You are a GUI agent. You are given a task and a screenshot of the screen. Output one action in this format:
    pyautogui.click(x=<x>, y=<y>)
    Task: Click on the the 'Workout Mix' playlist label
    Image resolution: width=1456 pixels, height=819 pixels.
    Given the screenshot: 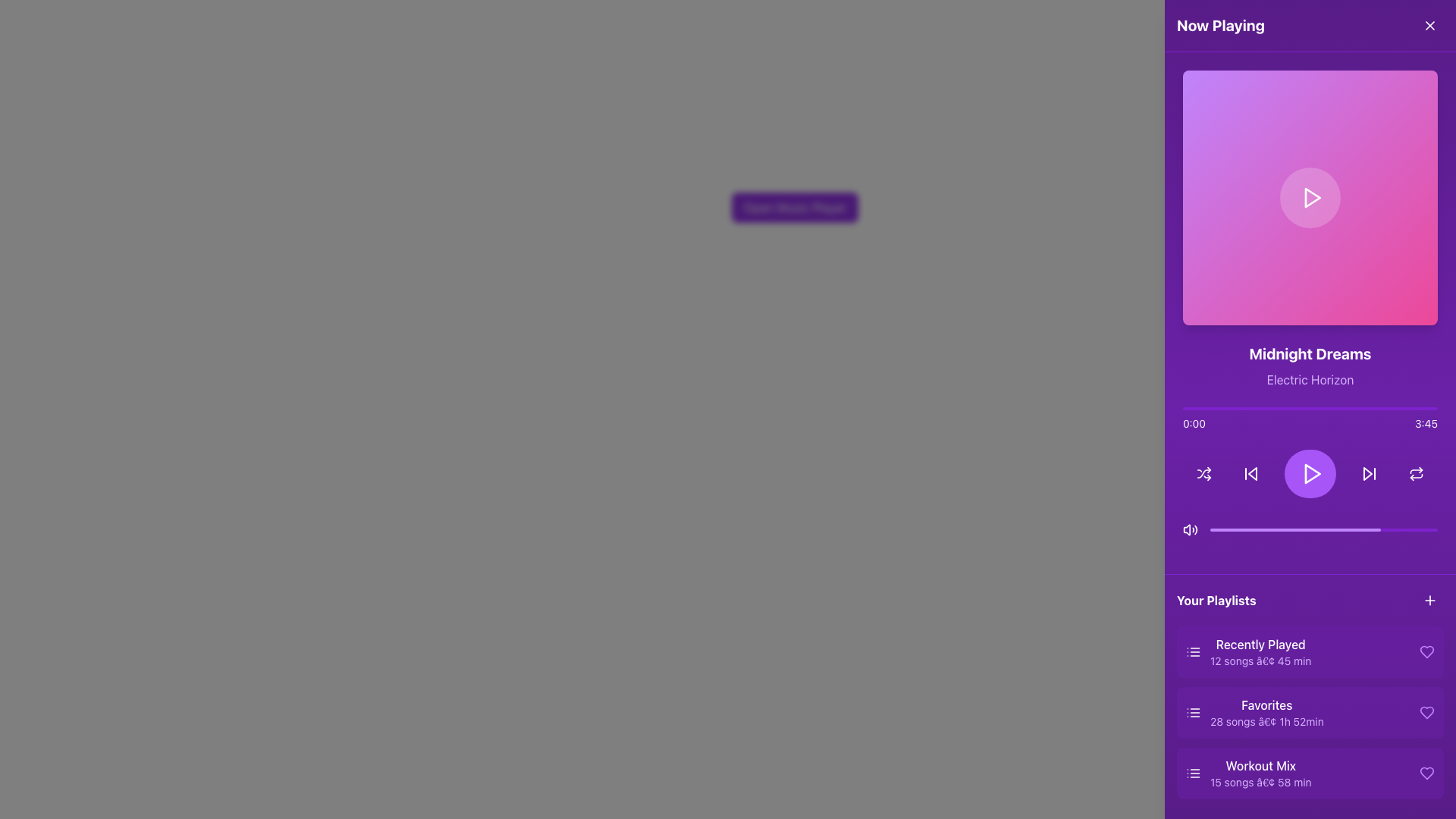 What is the action you would take?
    pyautogui.click(x=1260, y=773)
    